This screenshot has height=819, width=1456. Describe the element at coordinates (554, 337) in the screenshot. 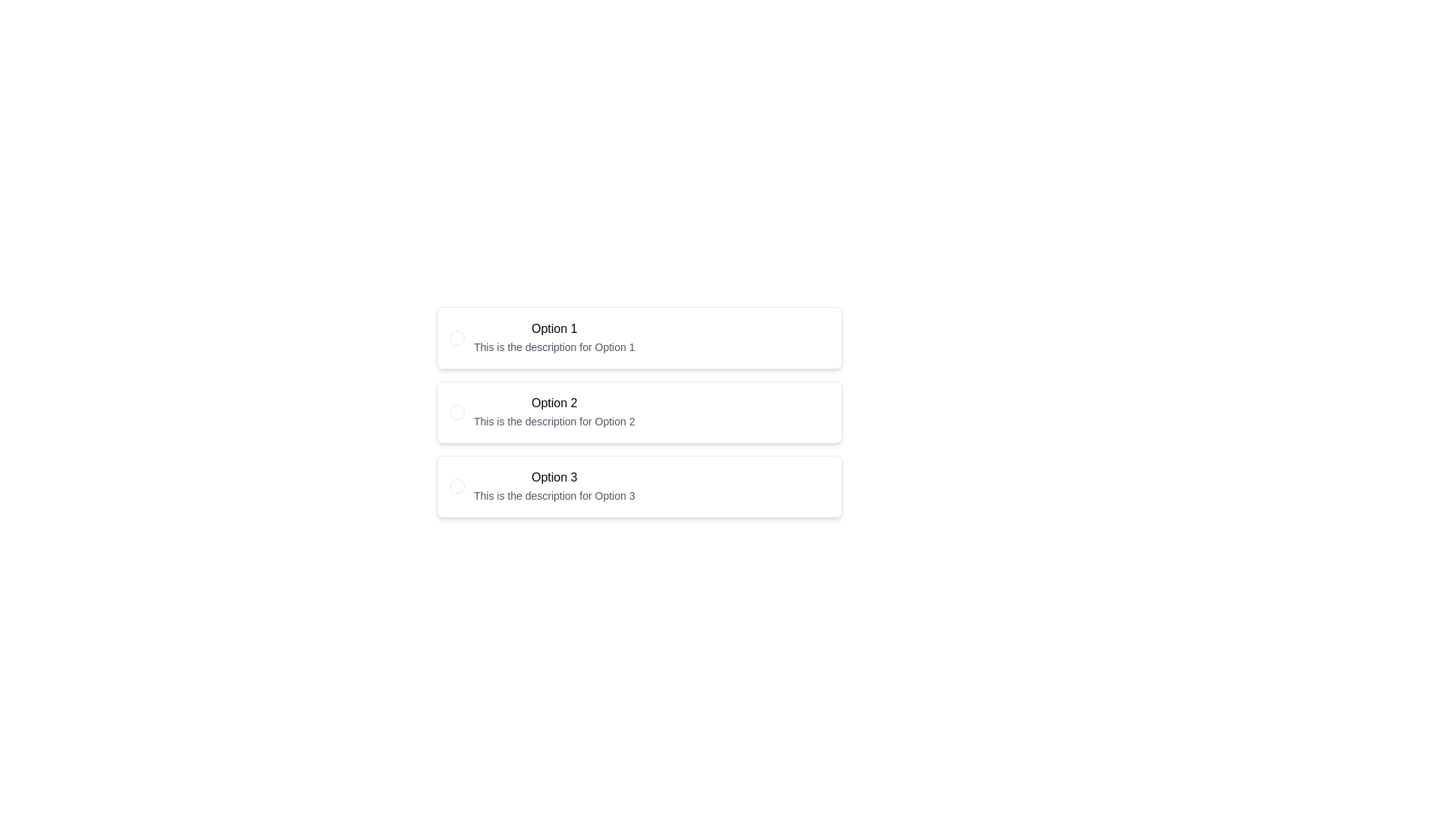

I see `the first radio button option in the vertically arranged list` at that location.